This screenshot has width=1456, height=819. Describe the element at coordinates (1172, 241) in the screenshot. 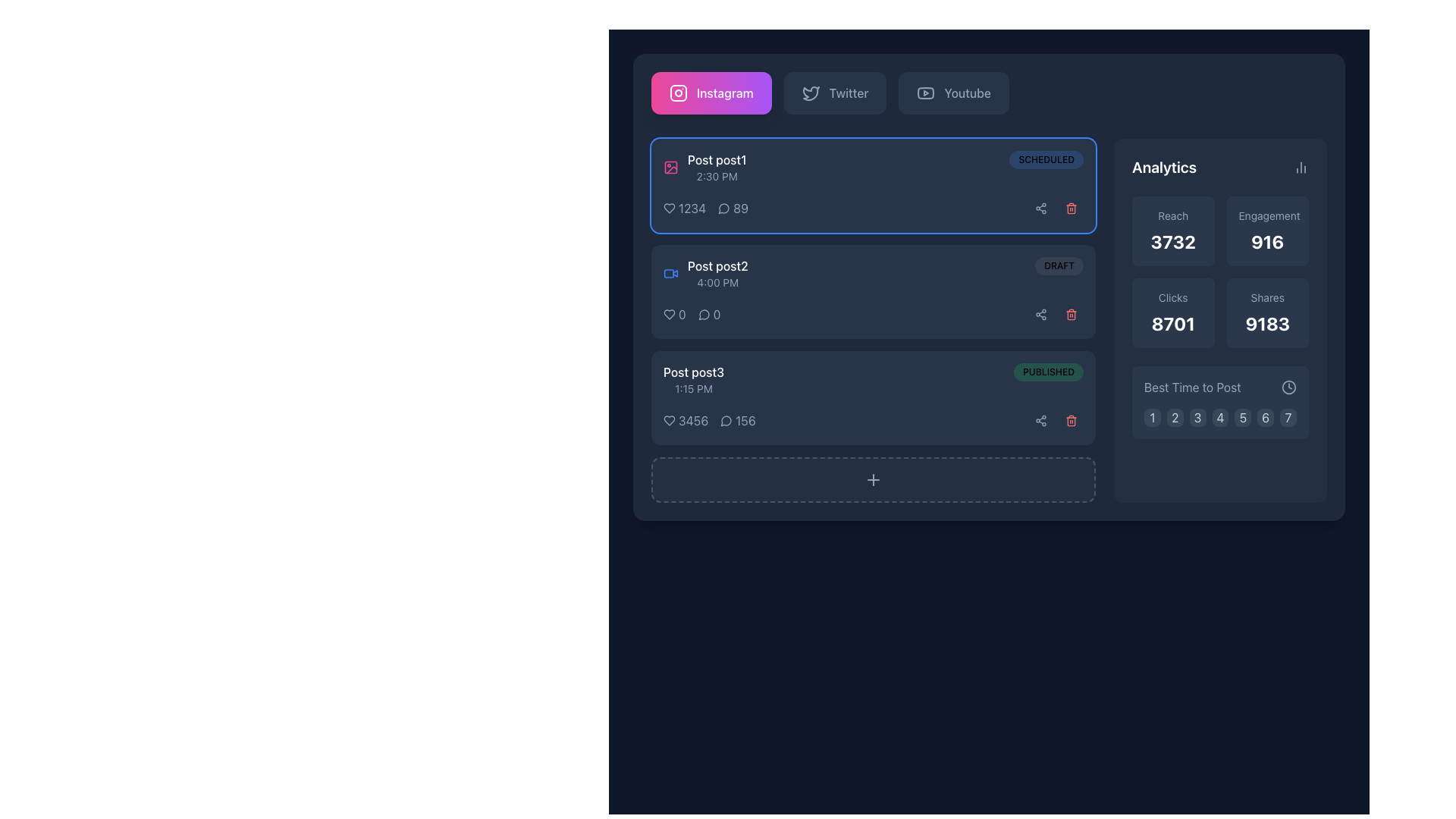

I see `the text display component showing the number '3732'` at that location.